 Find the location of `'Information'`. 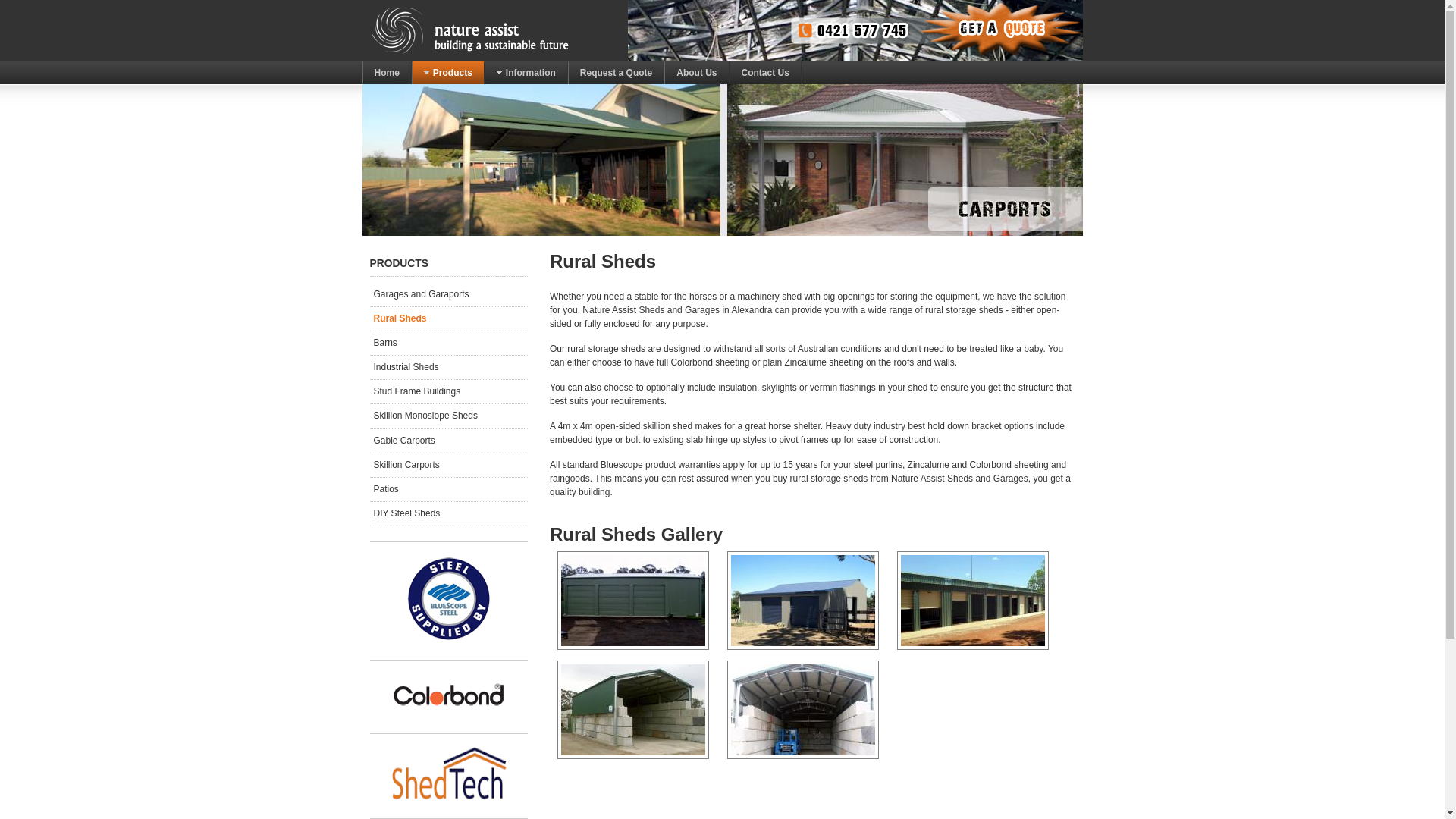

'Information' is located at coordinates (526, 73).